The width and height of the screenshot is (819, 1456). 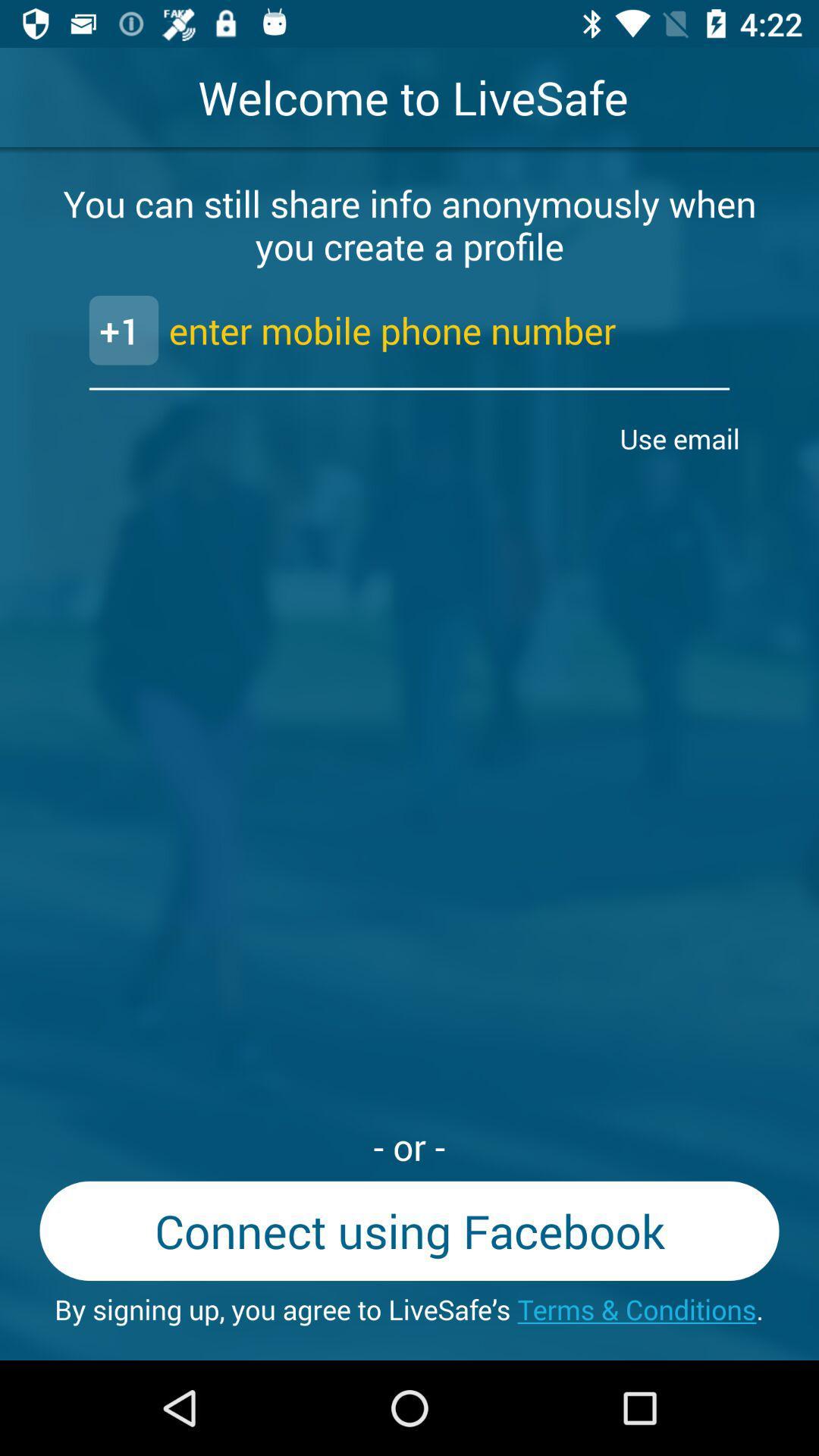 What do you see at coordinates (409, 1309) in the screenshot?
I see `the entire text in the row just below connect using facebook` at bounding box center [409, 1309].